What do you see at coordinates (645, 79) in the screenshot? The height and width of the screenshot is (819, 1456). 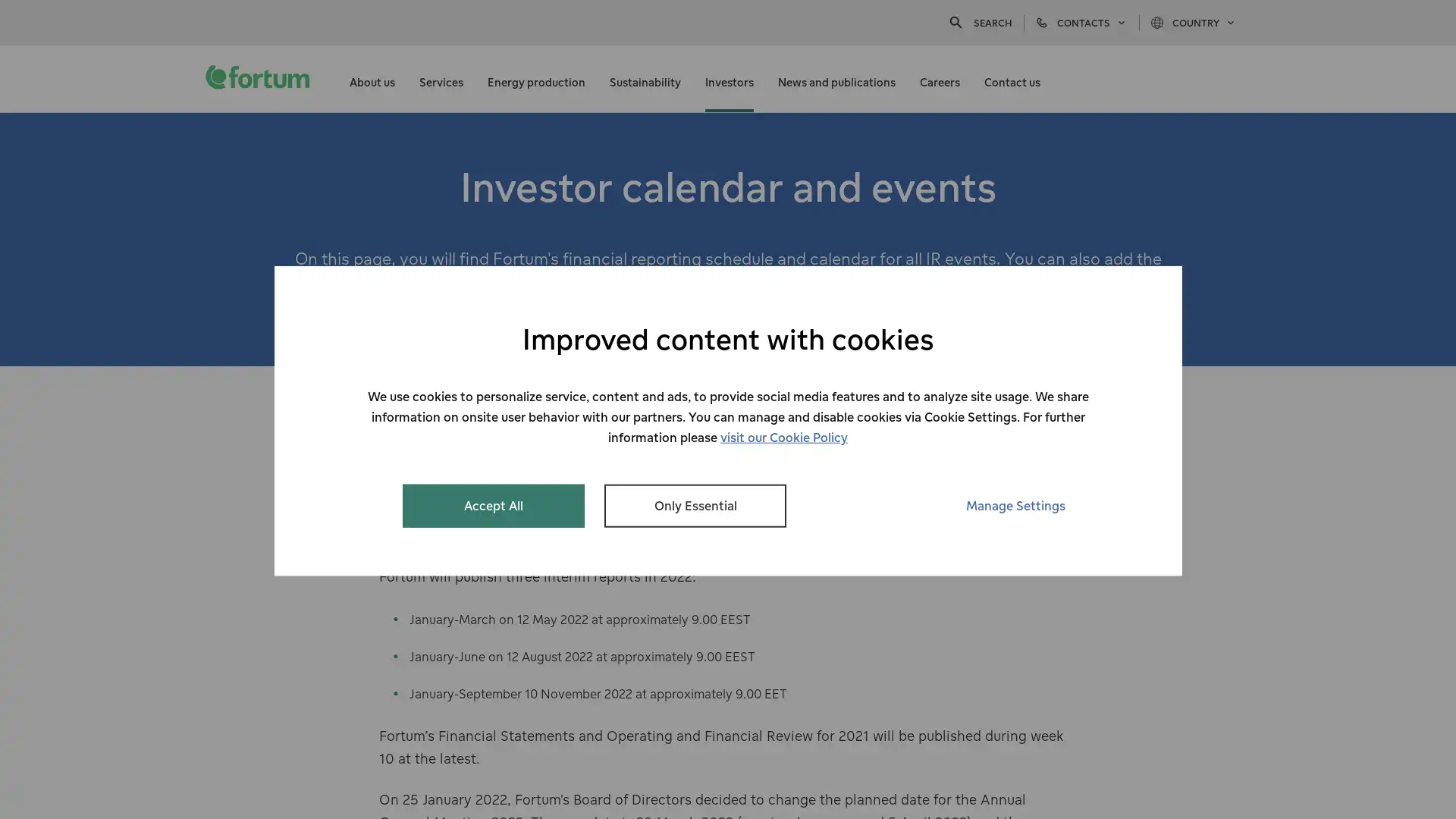 I see `Sustainability` at bounding box center [645, 79].